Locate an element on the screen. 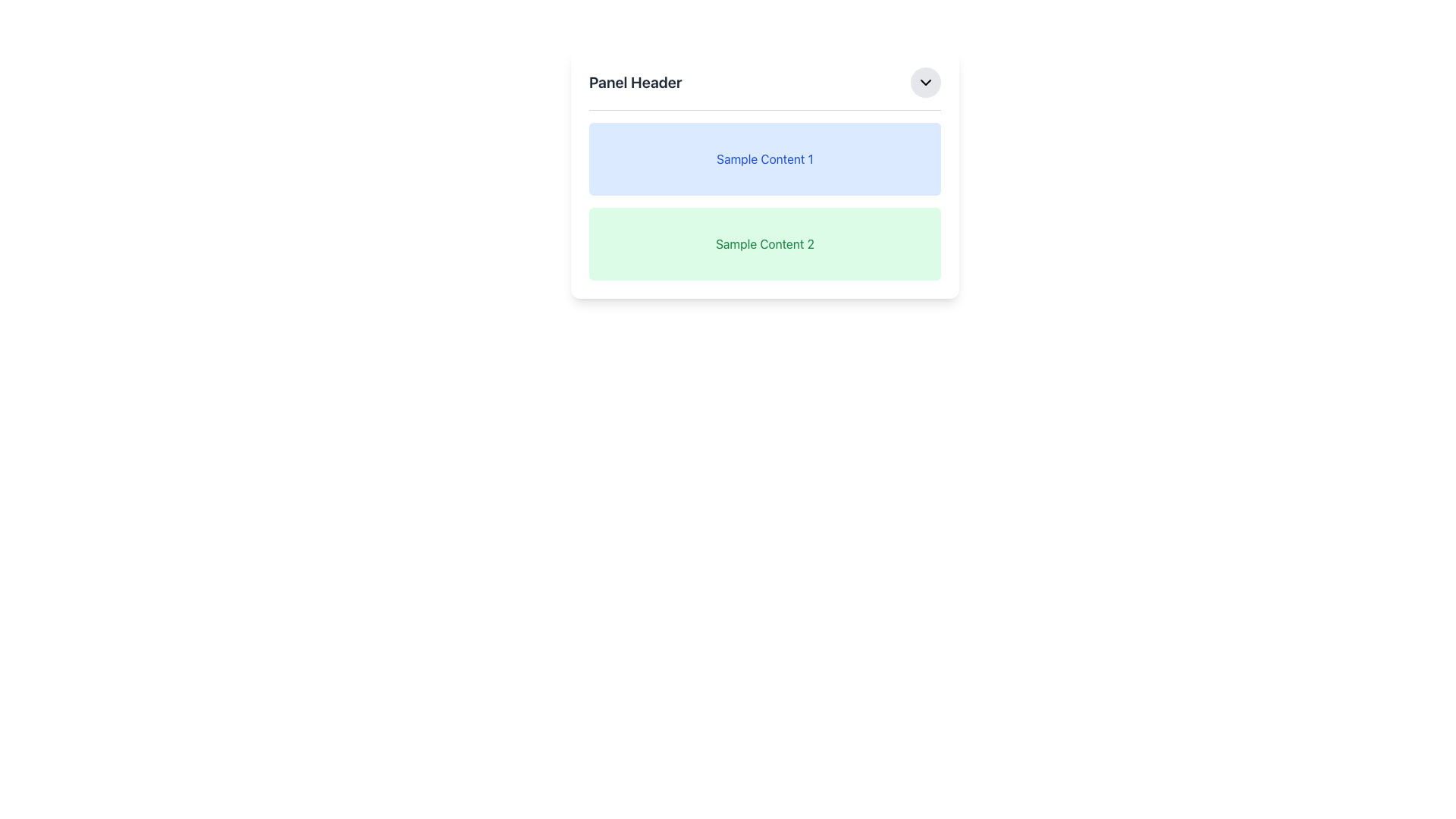 This screenshot has height=819, width=1456. the Text Label displaying 'Sample Content 2' in a green font, located in the center of a light green section below 'Sample Content 1' is located at coordinates (764, 243).